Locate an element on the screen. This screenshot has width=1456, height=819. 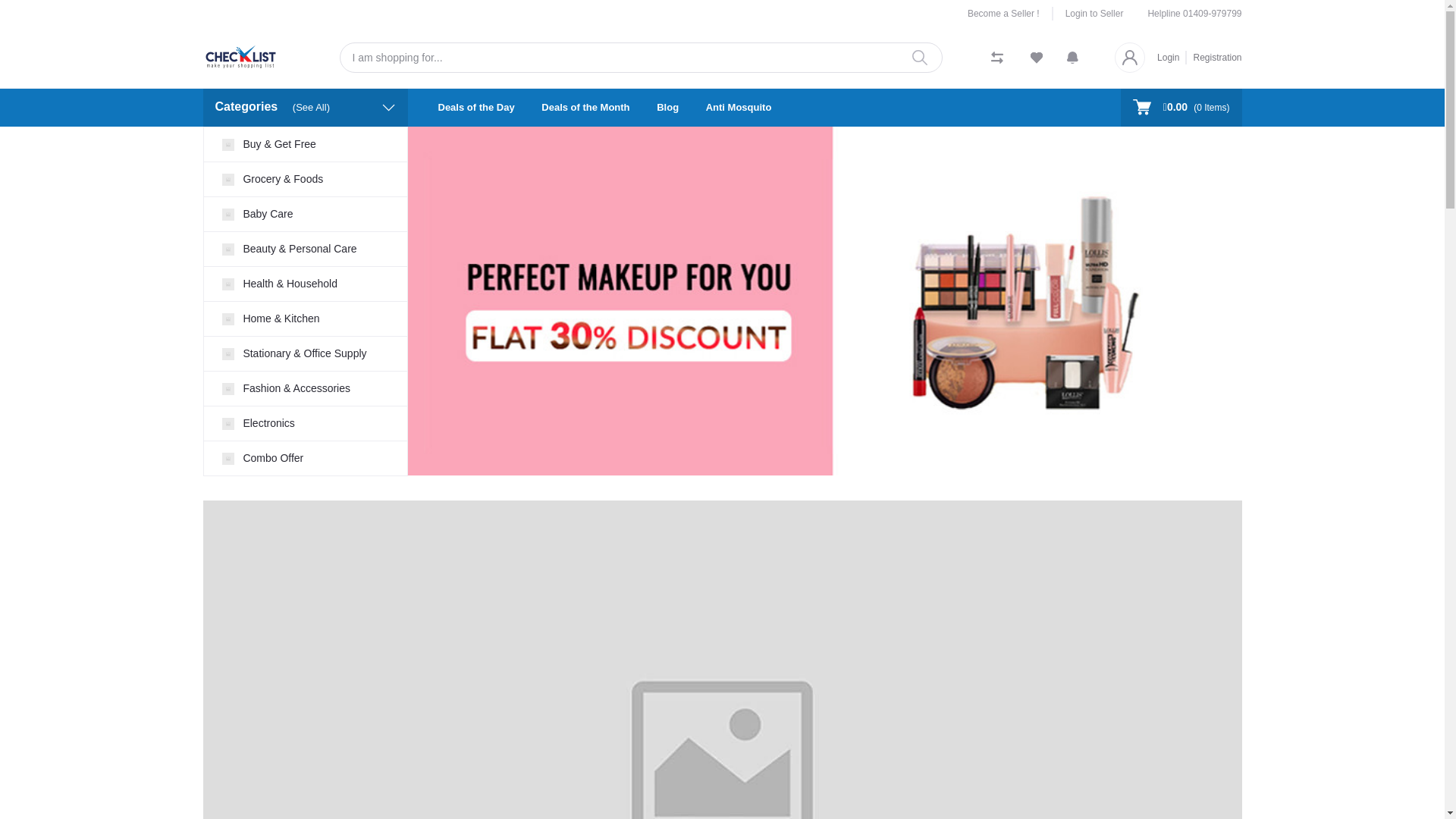
'Anti Mosquito' is located at coordinates (739, 107).